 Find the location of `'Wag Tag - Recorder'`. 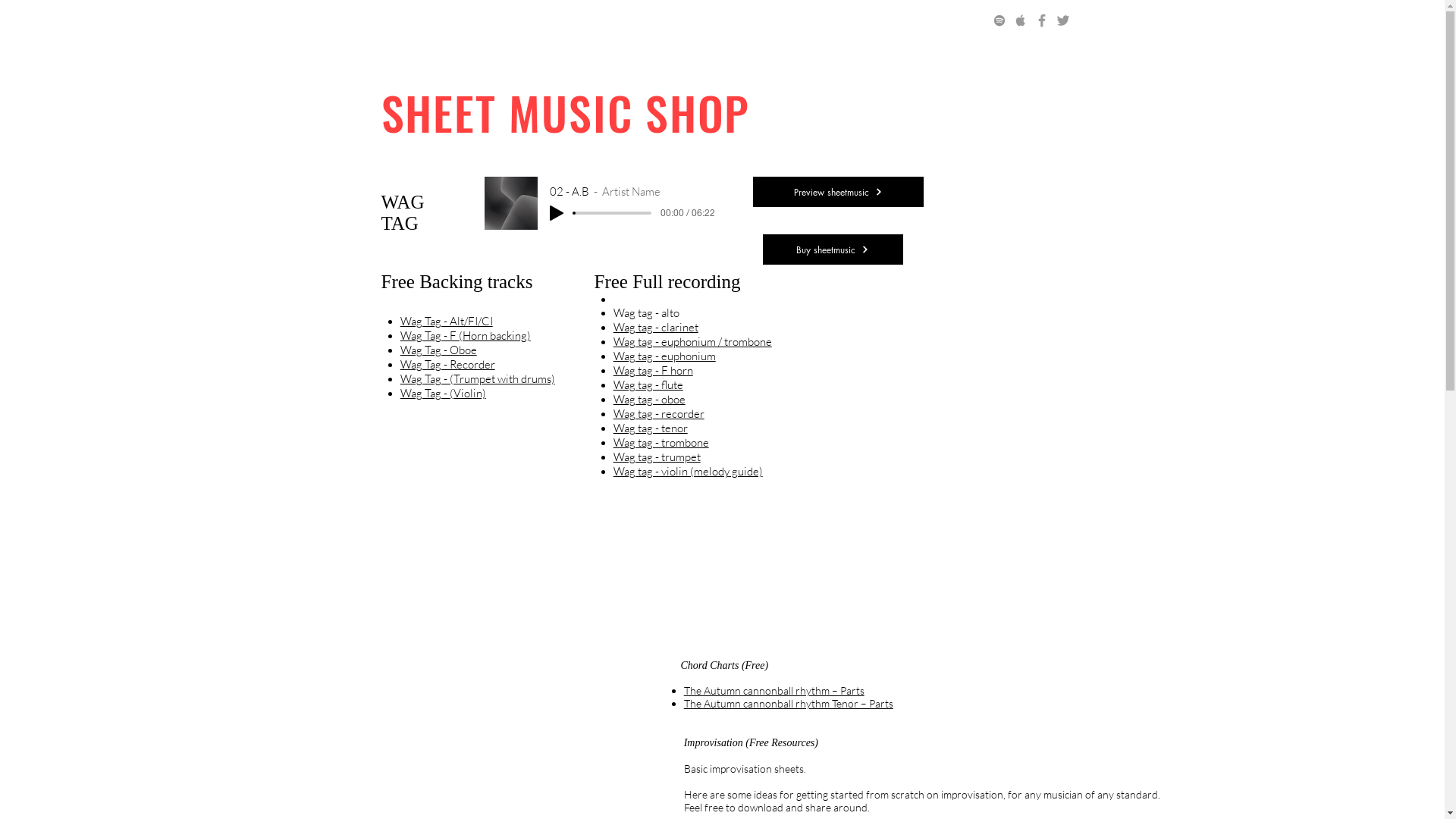

'Wag Tag - Recorder' is located at coordinates (447, 364).